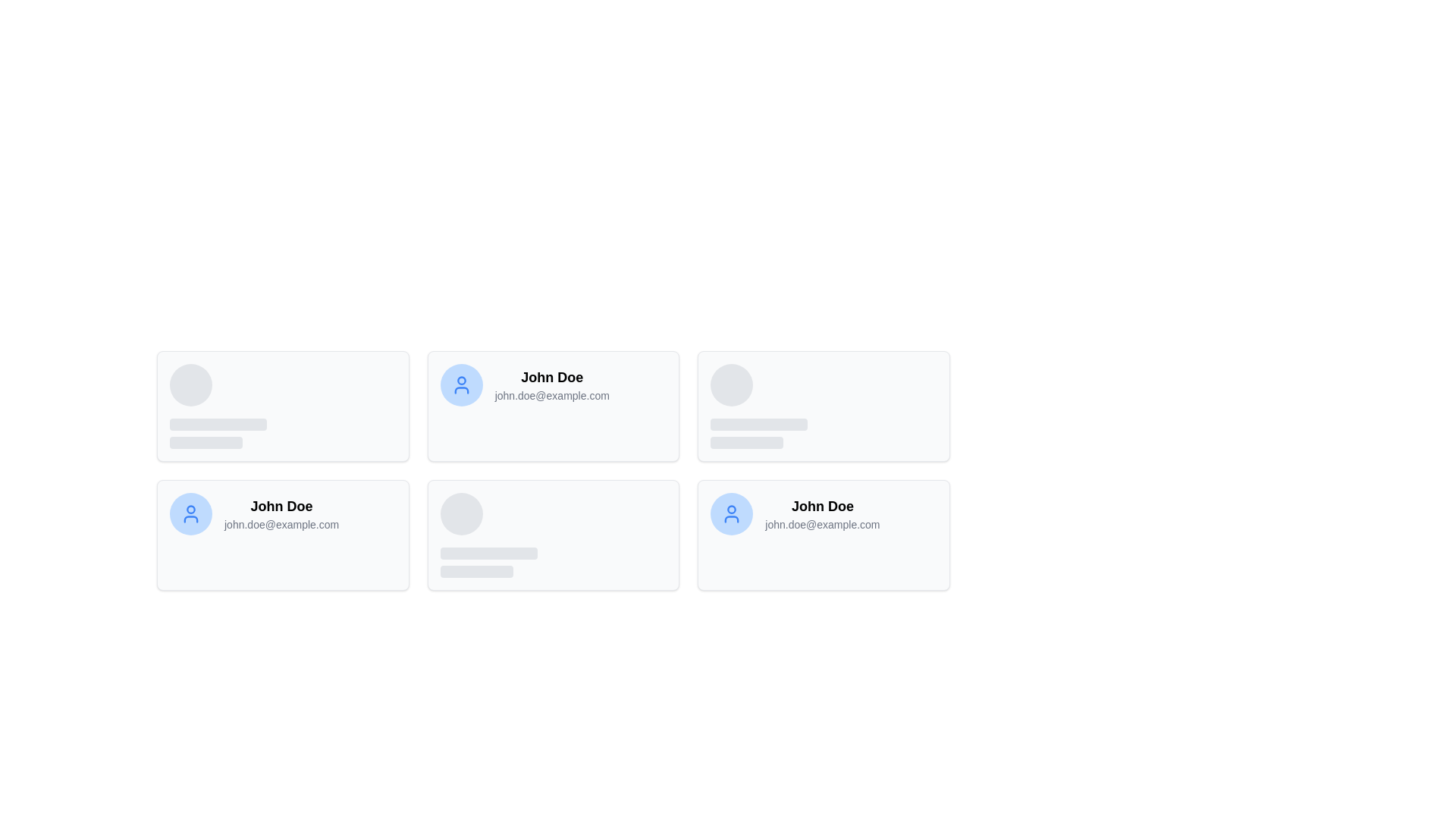 This screenshot has height=819, width=1456. I want to click on user profile picture icon, represented by a circular graphic element located in the top row, second card from the left in a three-row grid layout, using developer tools, so click(460, 380).